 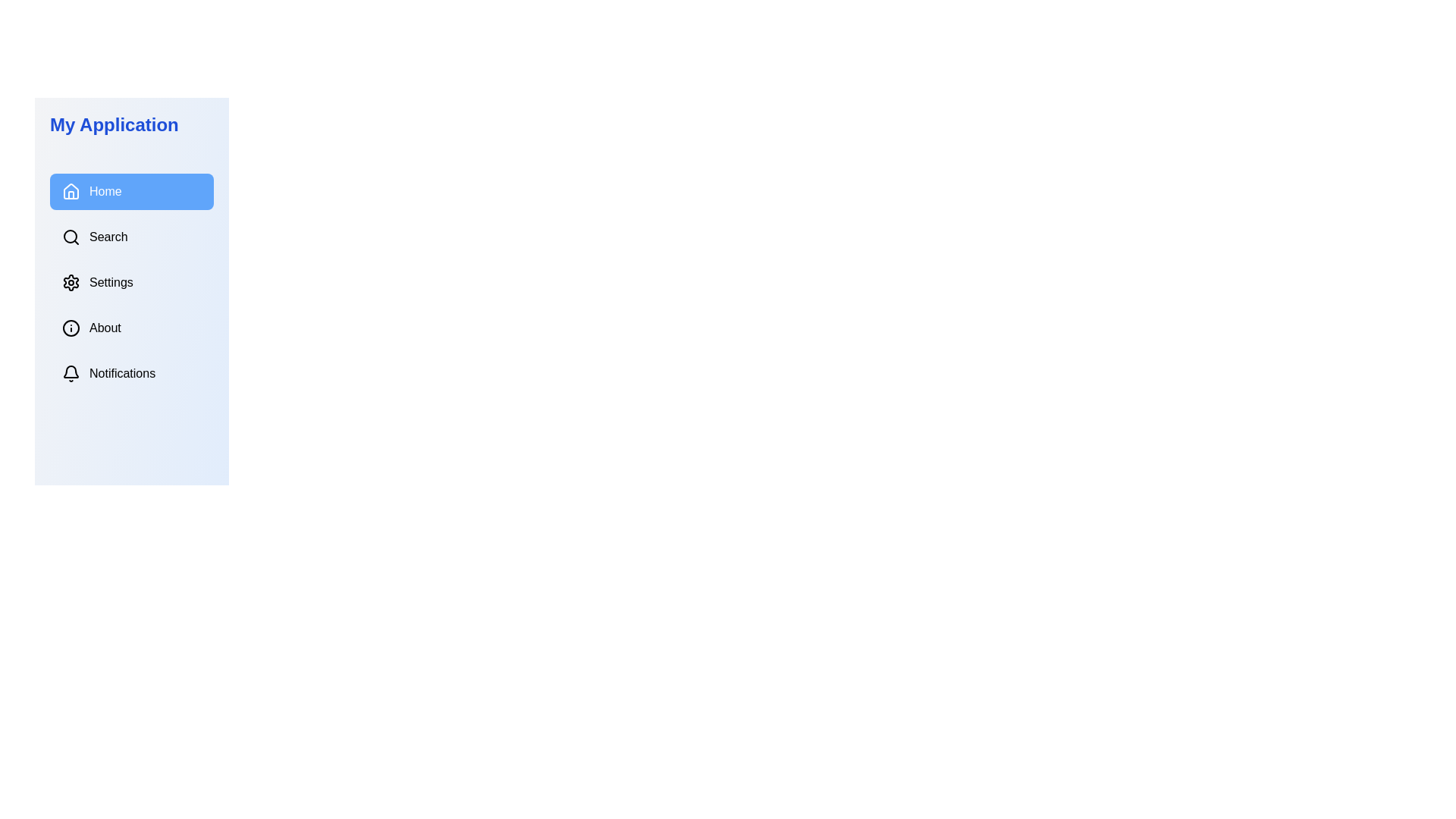 What do you see at coordinates (131, 327) in the screenshot?
I see `the 'About' menu item, which is a rounded rectangular element located fourth from the top in the navigation menu, between 'Settings' and 'Notifications'` at bounding box center [131, 327].